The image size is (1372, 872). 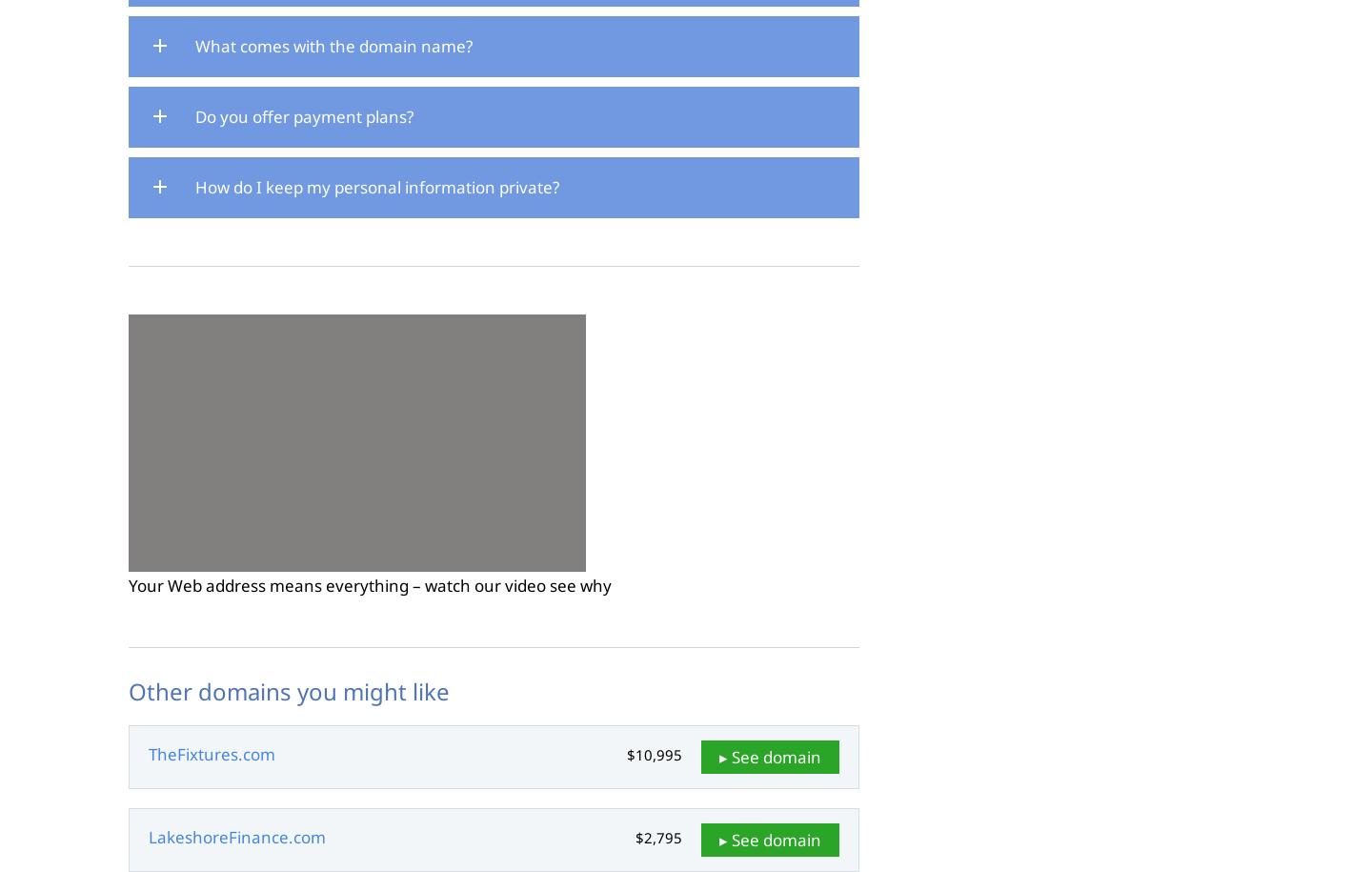 I want to click on 'How do I keep my personal information private?', so click(x=376, y=185).